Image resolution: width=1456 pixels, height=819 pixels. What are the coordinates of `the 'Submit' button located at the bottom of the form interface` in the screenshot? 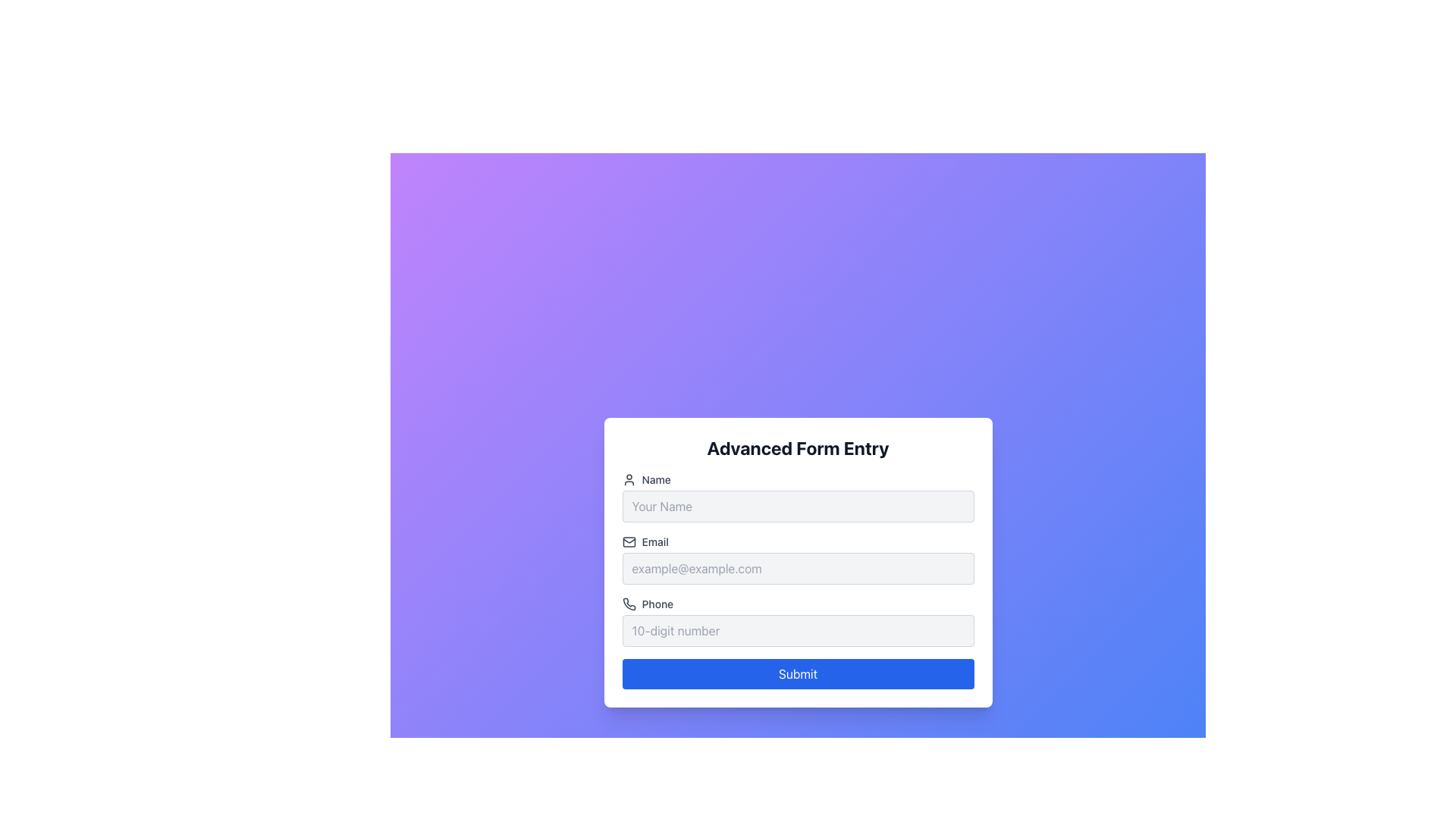 It's located at (797, 673).